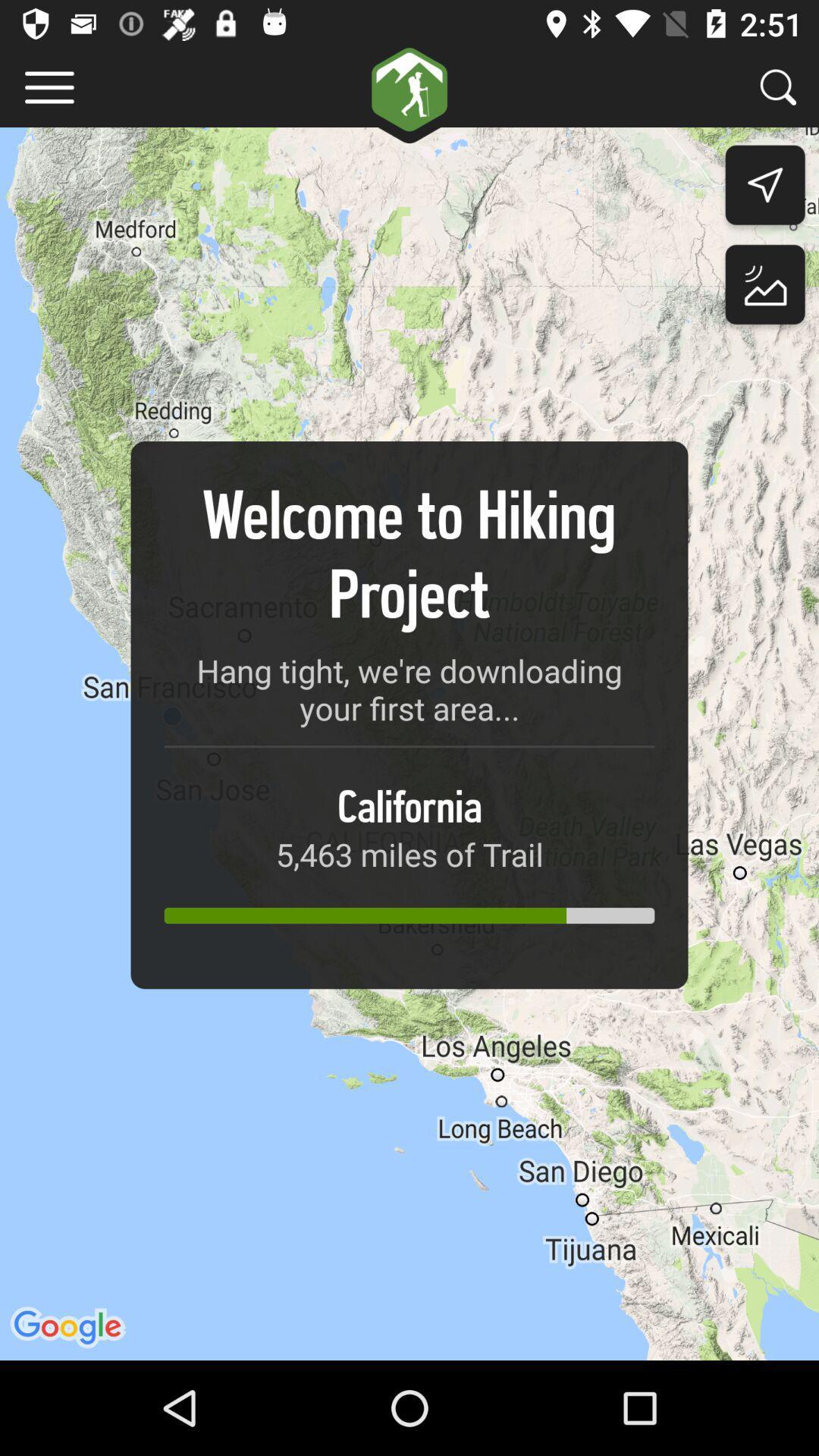  I want to click on search more projects, so click(778, 86).